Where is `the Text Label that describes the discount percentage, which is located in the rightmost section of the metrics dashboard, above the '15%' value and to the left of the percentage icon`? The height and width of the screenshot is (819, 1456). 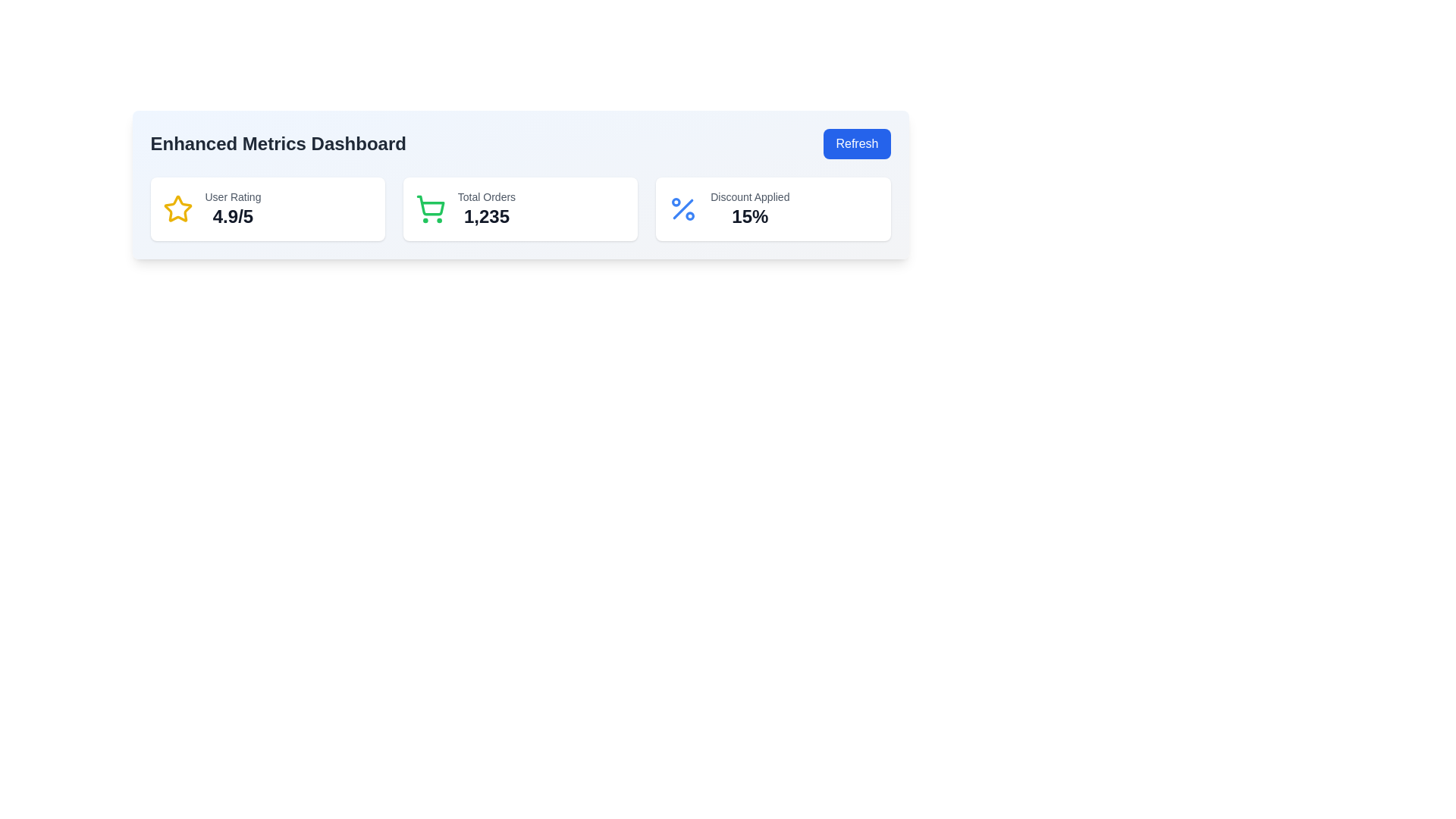 the Text Label that describes the discount percentage, which is located in the rightmost section of the metrics dashboard, above the '15%' value and to the left of the percentage icon is located at coordinates (750, 196).